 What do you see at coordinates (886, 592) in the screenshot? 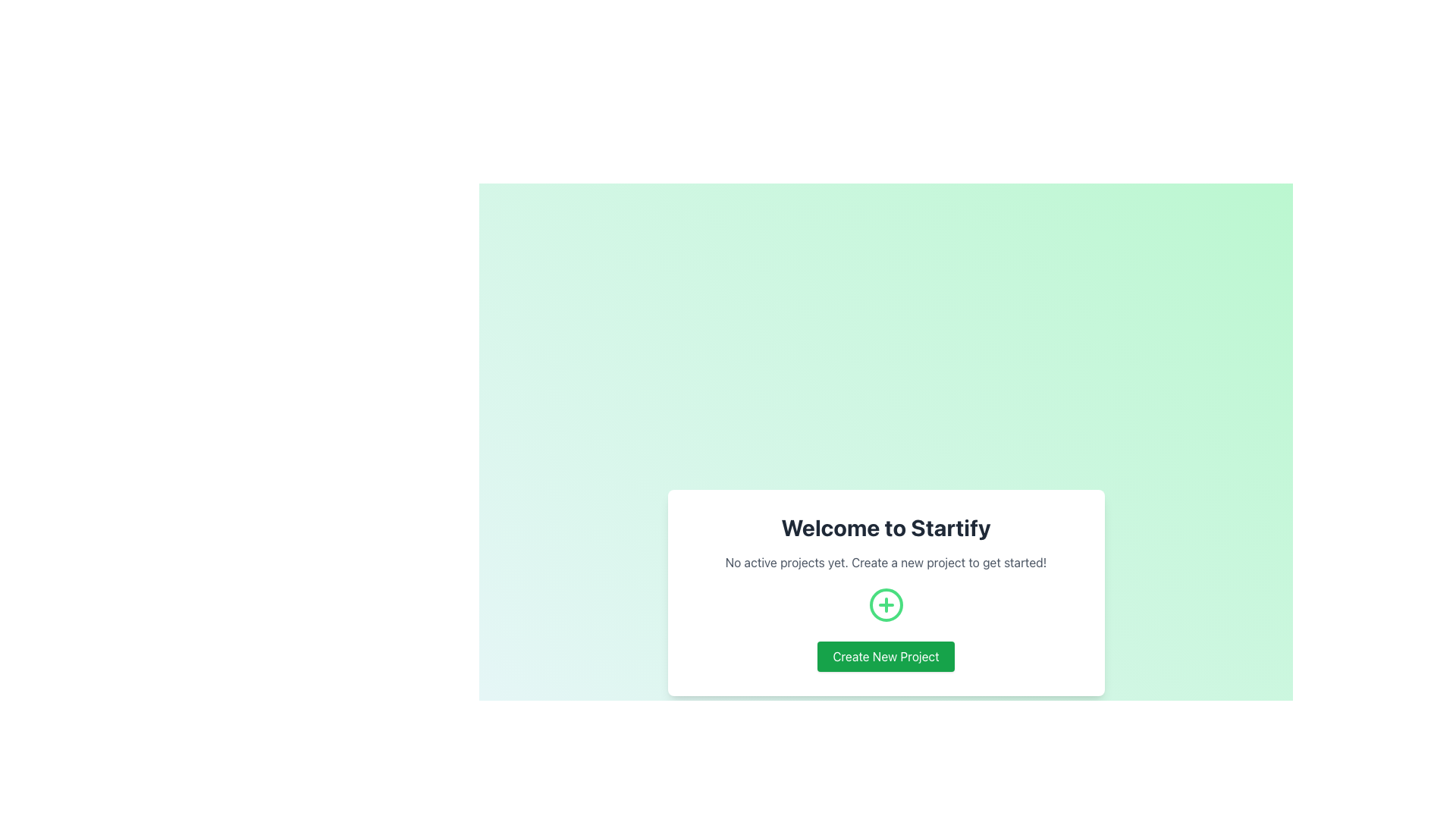
I see `the 'new project' icon located below the message 'No active projects yet. Create a new project to get started!' and above the 'Create New Project' button` at bounding box center [886, 592].